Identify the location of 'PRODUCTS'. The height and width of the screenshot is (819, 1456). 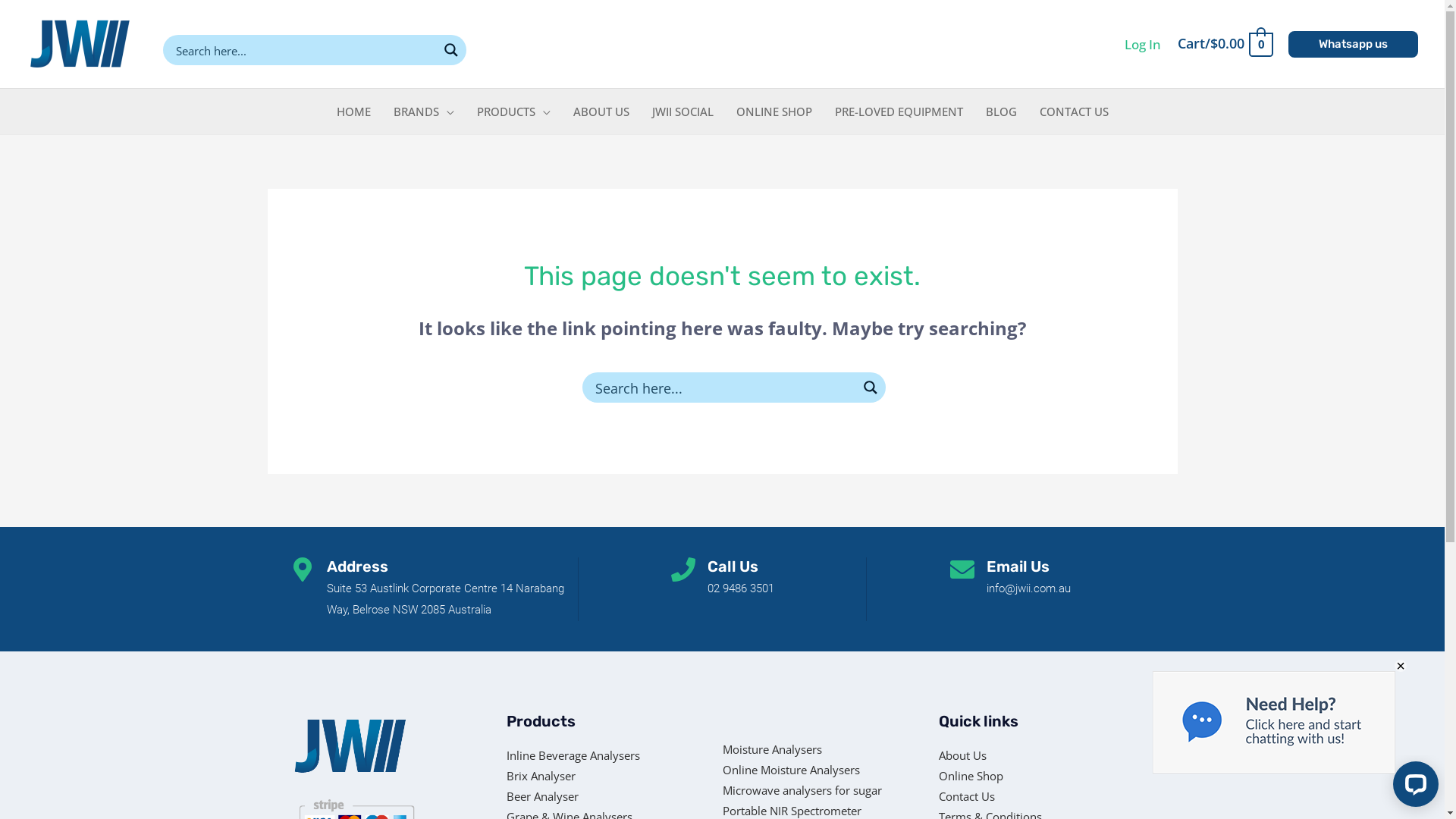
(513, 110).